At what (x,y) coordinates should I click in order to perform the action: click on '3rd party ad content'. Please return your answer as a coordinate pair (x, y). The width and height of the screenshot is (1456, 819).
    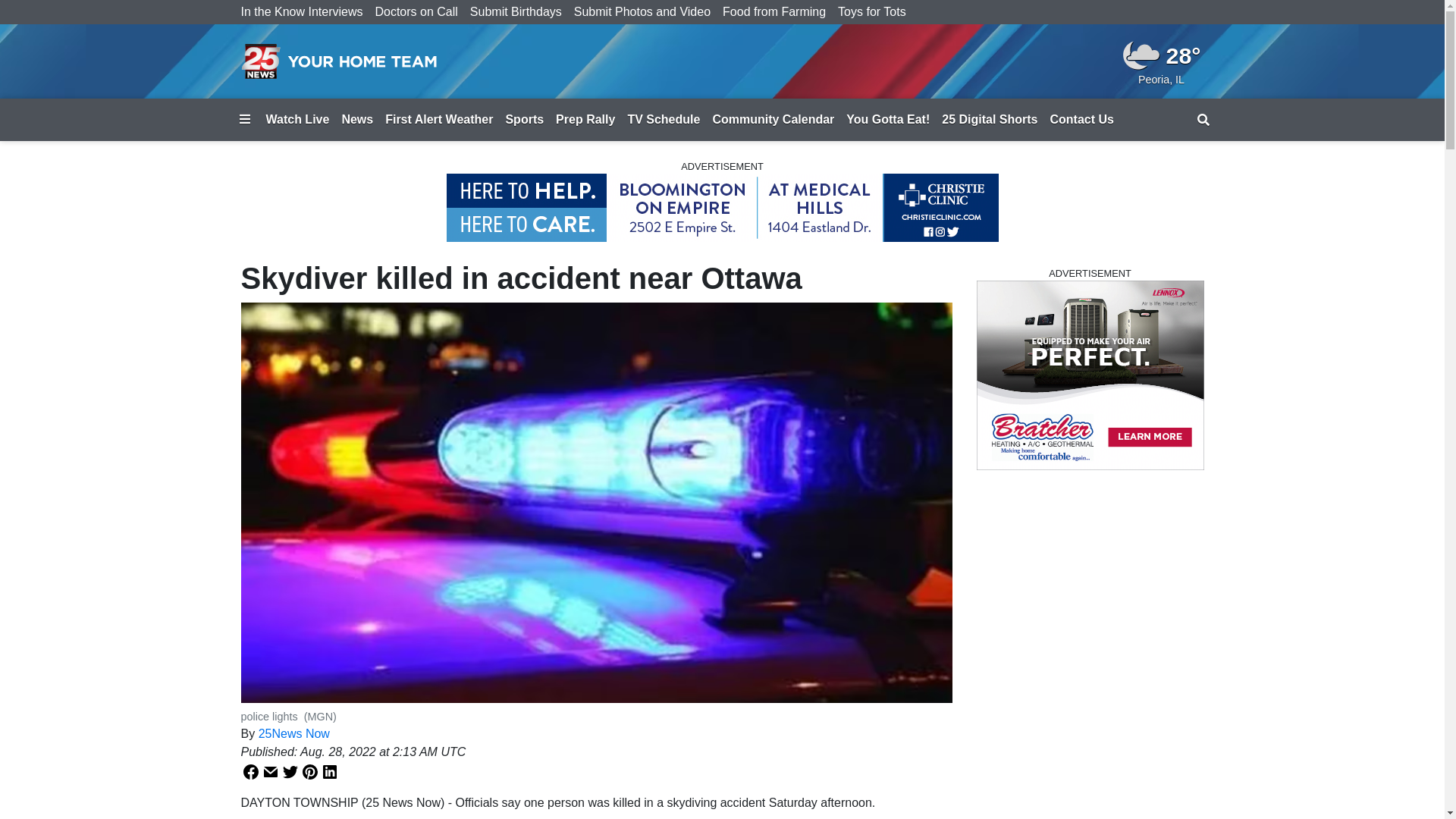
    Looking at the image, I should click on (1090, 375).